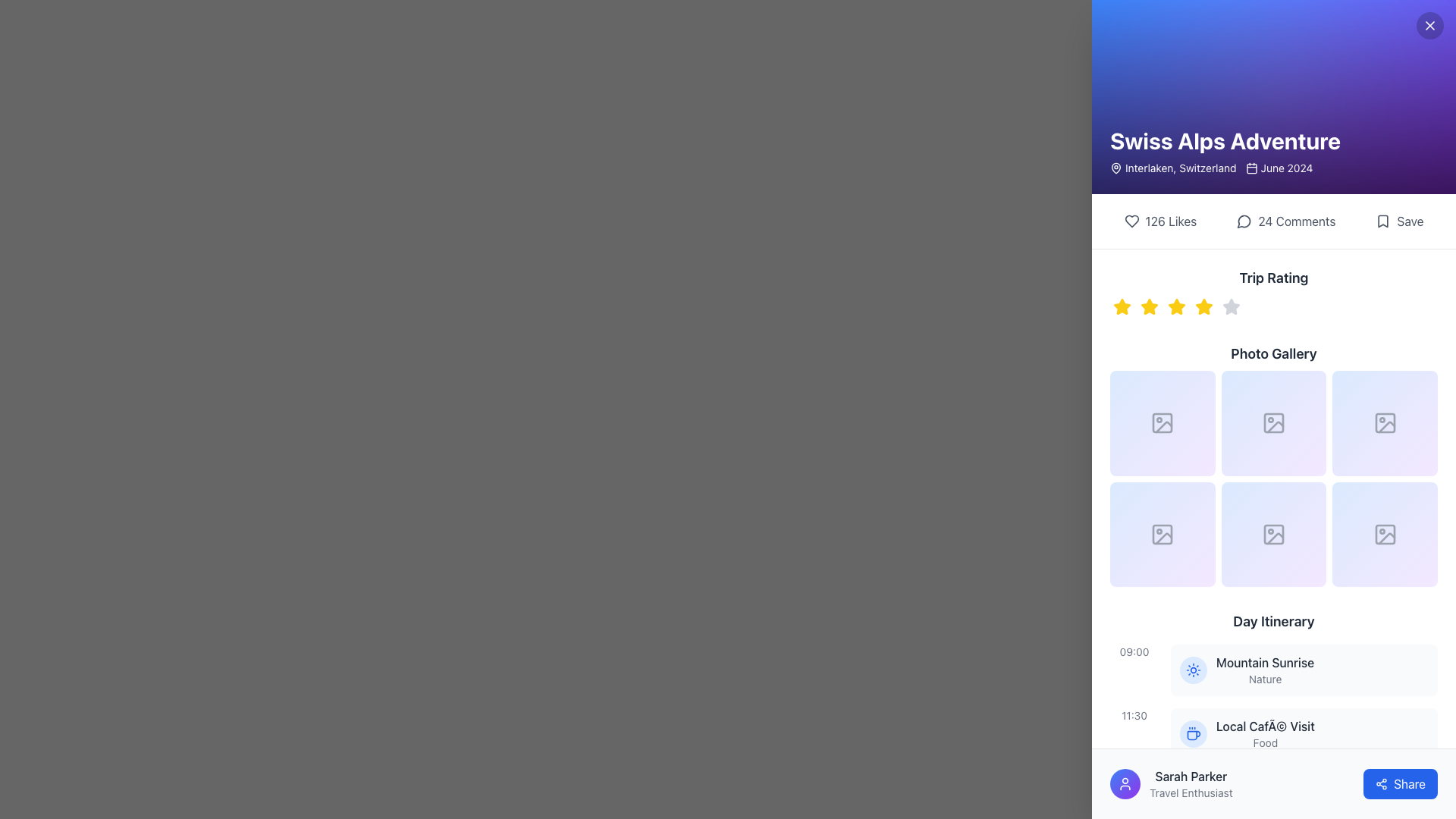 The height and width of the screenshot is (819, 1456). I want to click on the image placeholder located at the bottom-rightmost position of the 3x3 grid under the 'Photo Gallery' header to interact with it, so click(1385, 534).